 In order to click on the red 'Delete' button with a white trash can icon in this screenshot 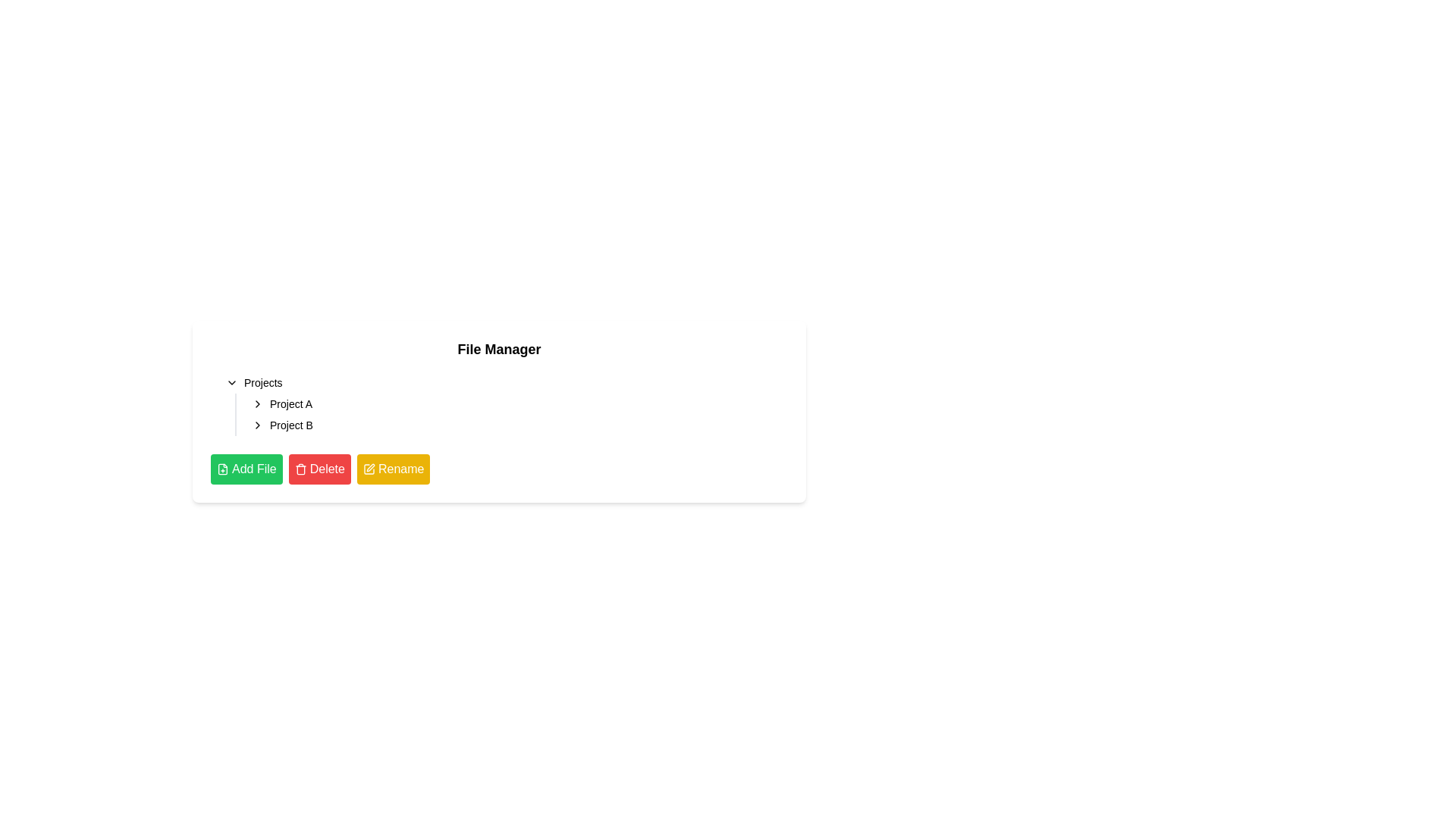, I will do `click(318, 468)`.